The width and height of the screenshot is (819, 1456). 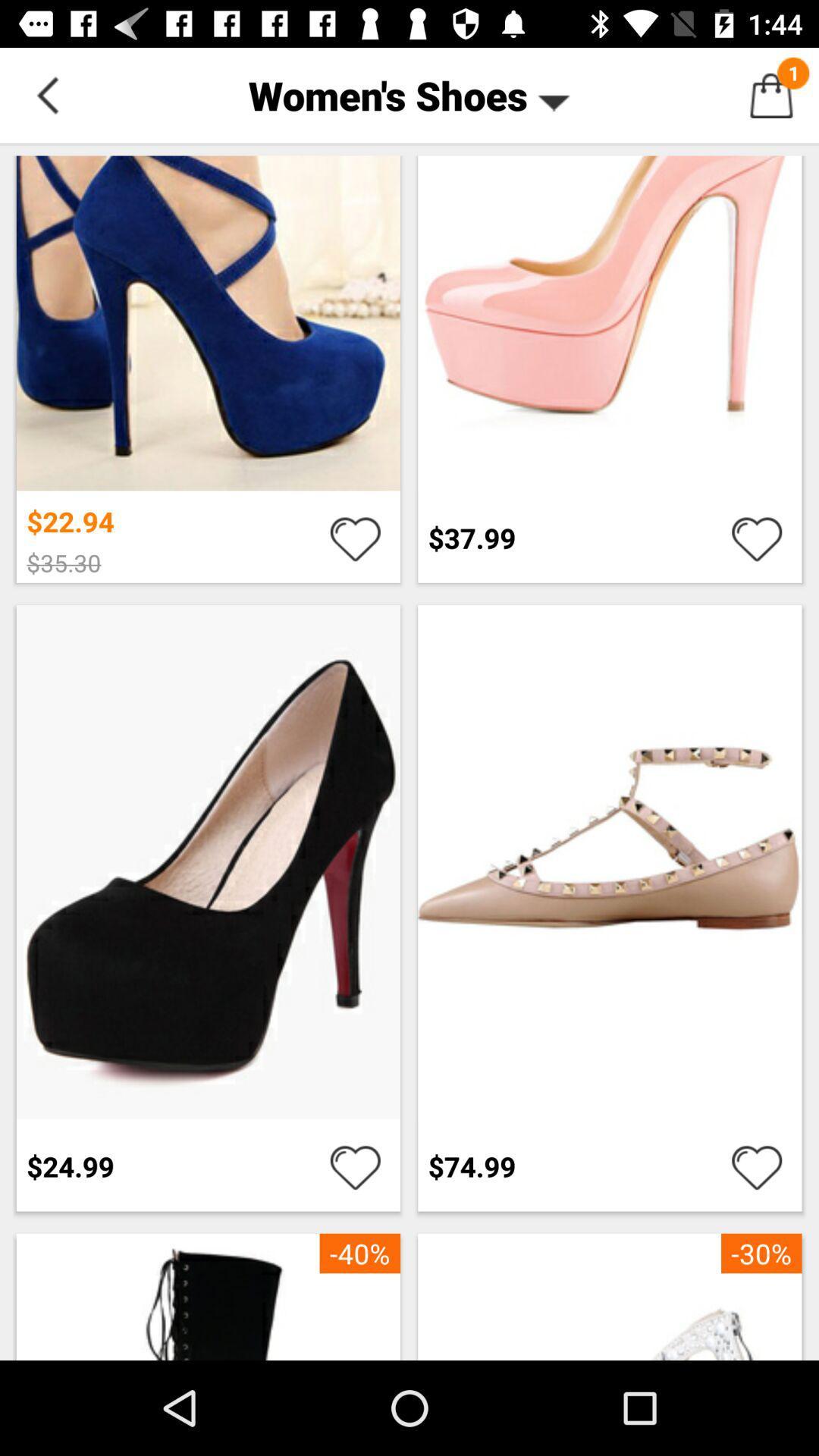 I want to click on shows heart icon, so click(x=757, y=538).